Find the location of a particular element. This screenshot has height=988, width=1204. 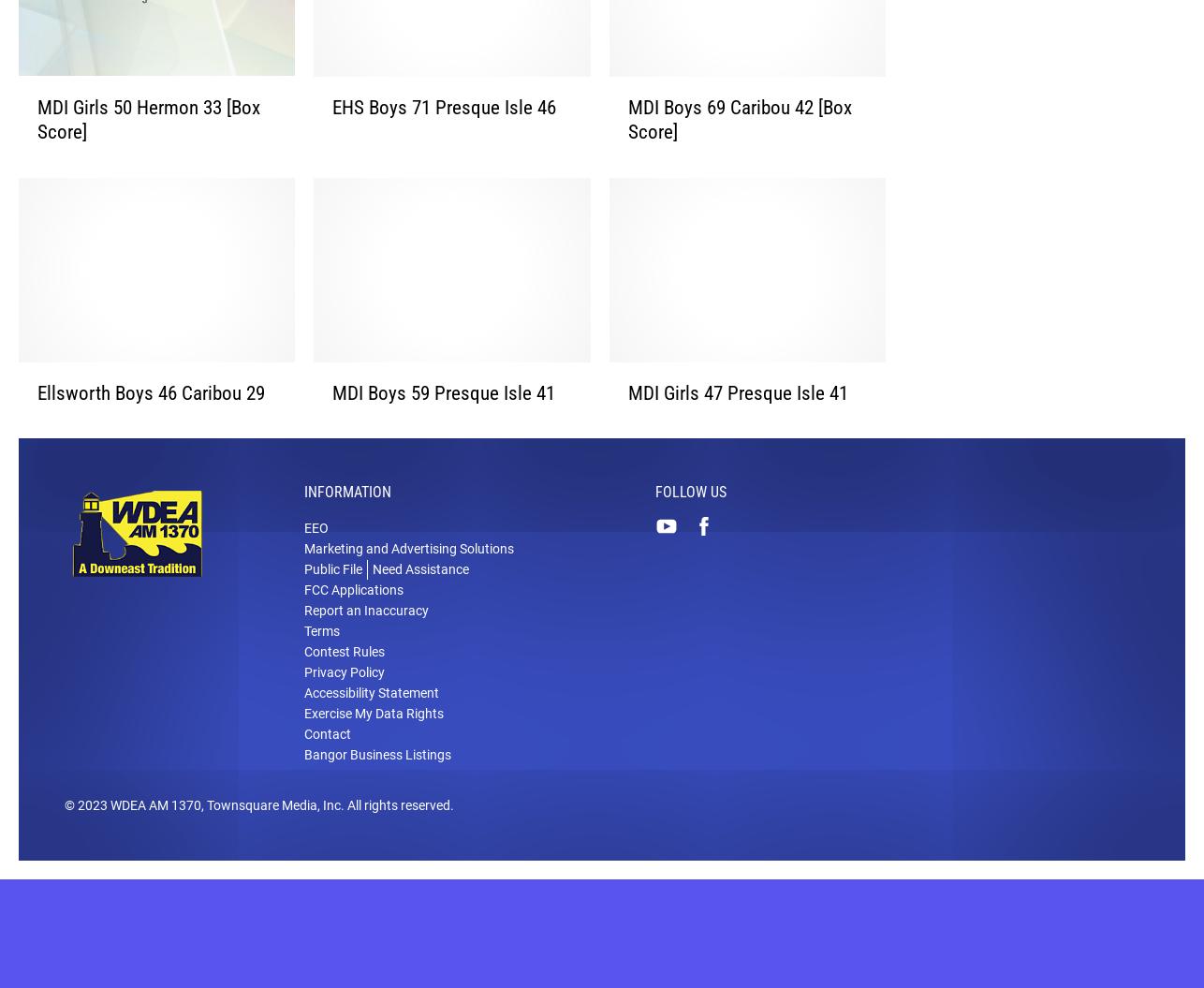

'MDI Girls 47 Presque Isle 41' is located at coordinates (737, 421).